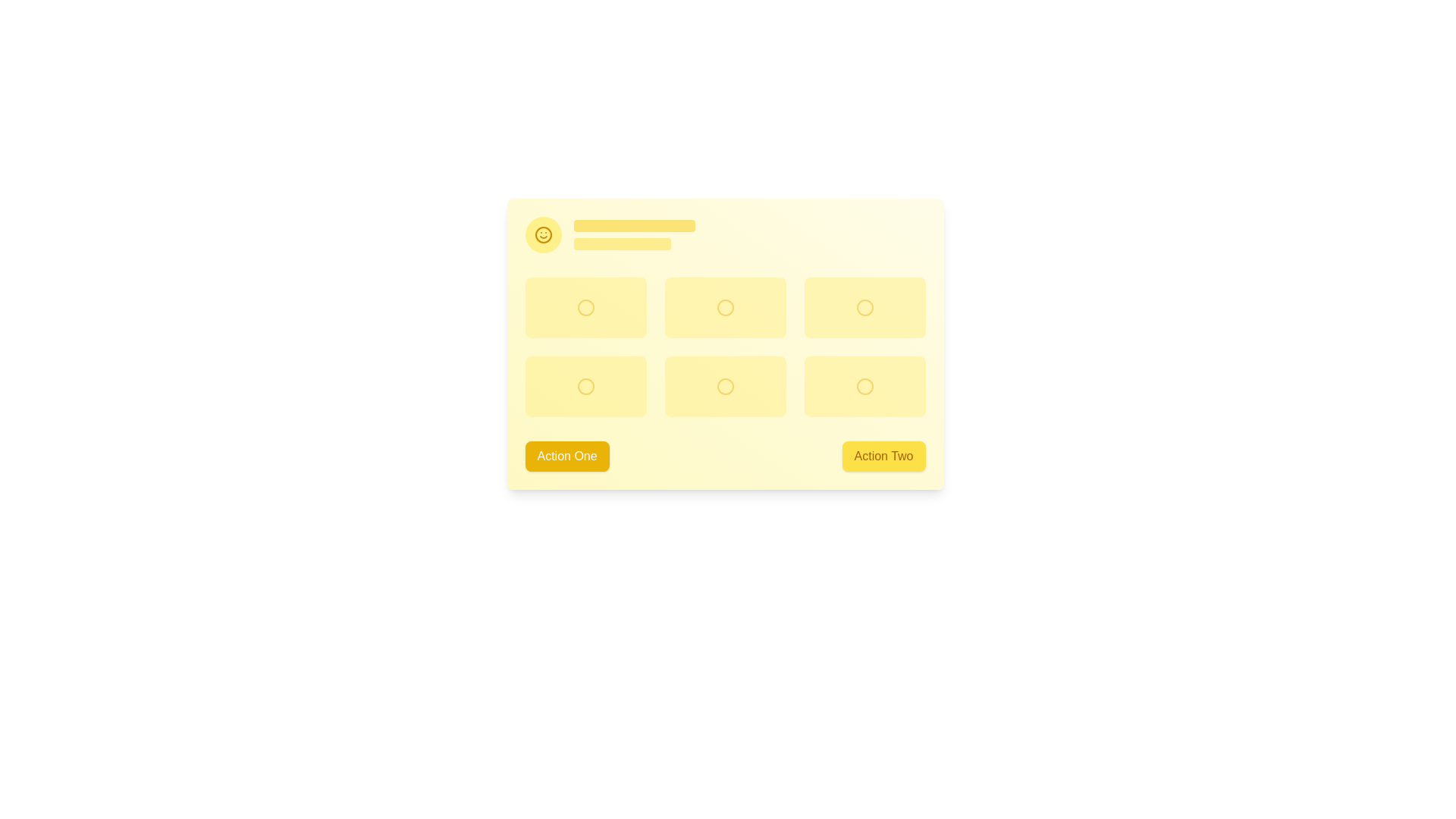 The image size is (1456, 819). What do you see at coordinates (585, 307) in the screenshot?
I see `the yellow rectangular interactive button with rounded corners, which contains a circular icon, from its current position` at bounding box center [585, 307].